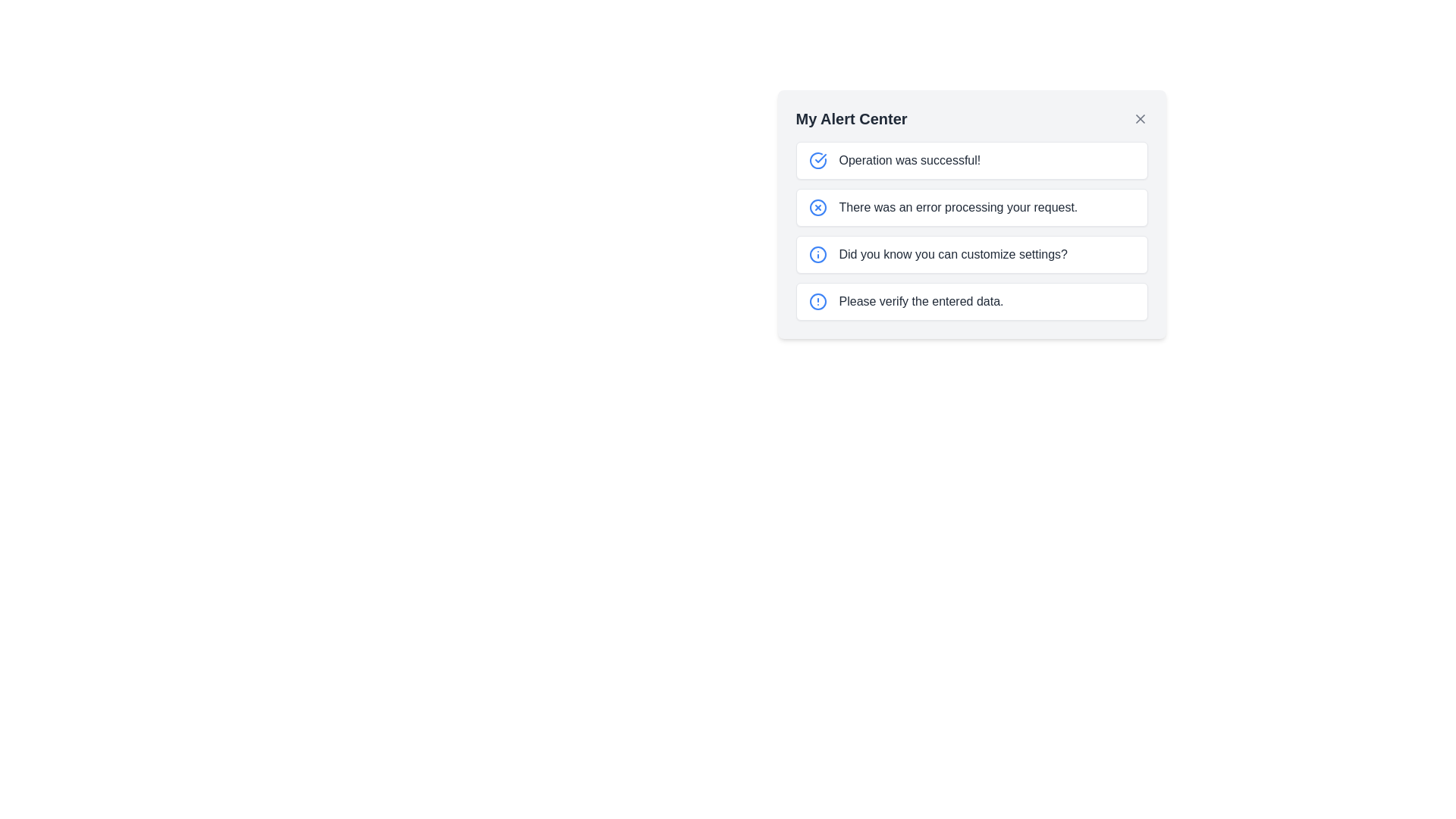  Describe the element at coordinates (817, 253) in the screenshot. I see `the circular element with a blue border and white background, which is centrally positioned within the information icon in the third item of the 'My Alert Center' section` at that location.